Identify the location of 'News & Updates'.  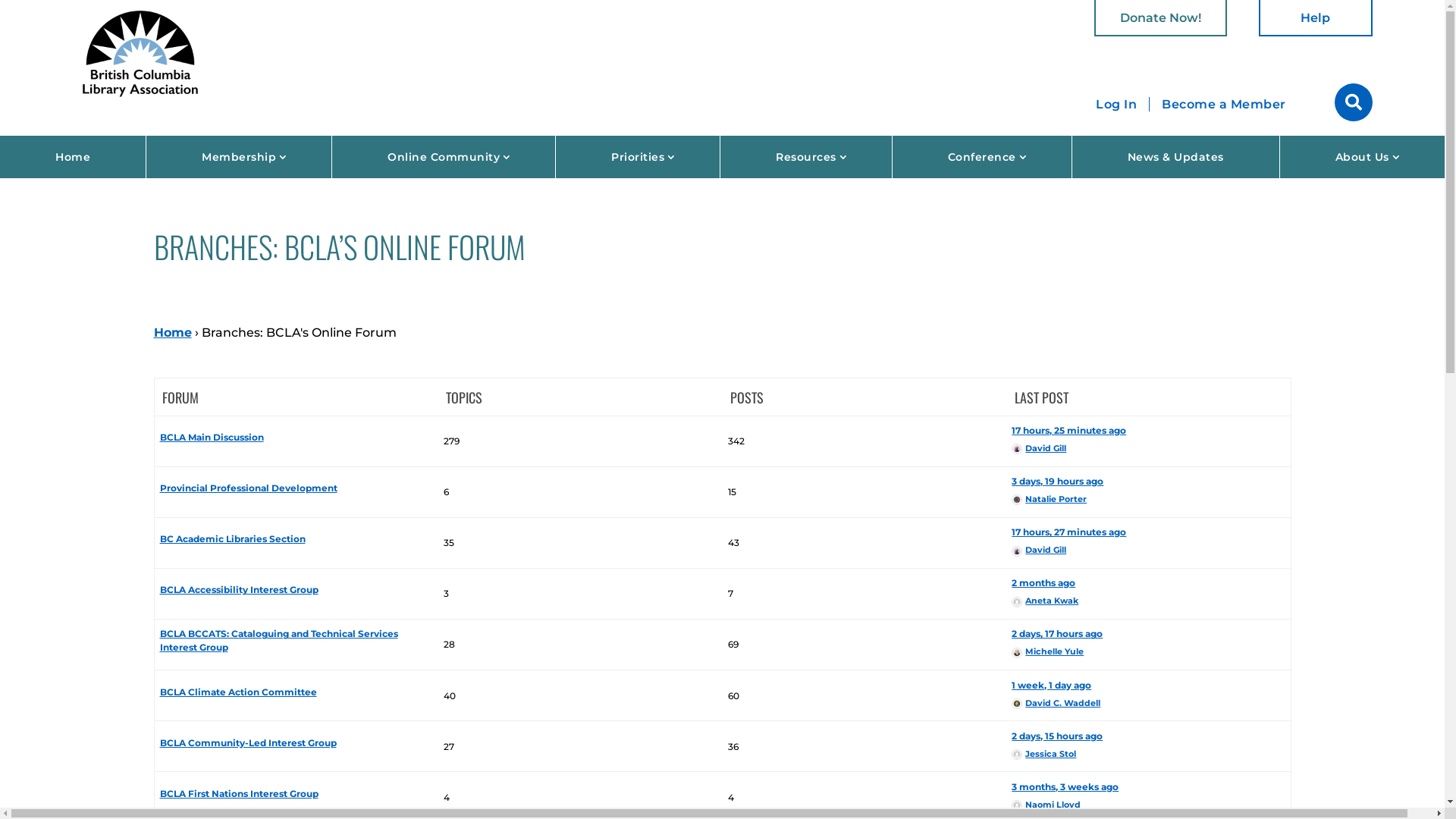
(1175, 157).